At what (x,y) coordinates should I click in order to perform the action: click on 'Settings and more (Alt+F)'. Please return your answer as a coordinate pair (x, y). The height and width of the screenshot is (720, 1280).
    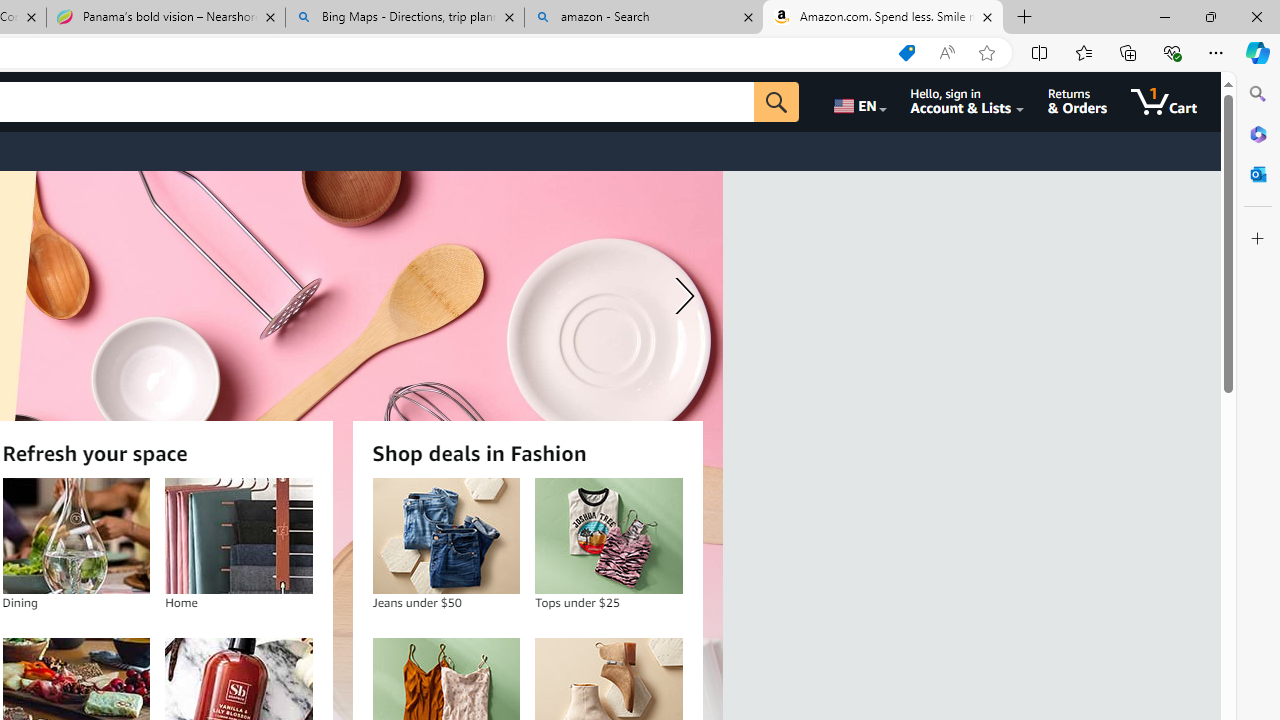
    Looking at the image, I should click on (1215, 51).